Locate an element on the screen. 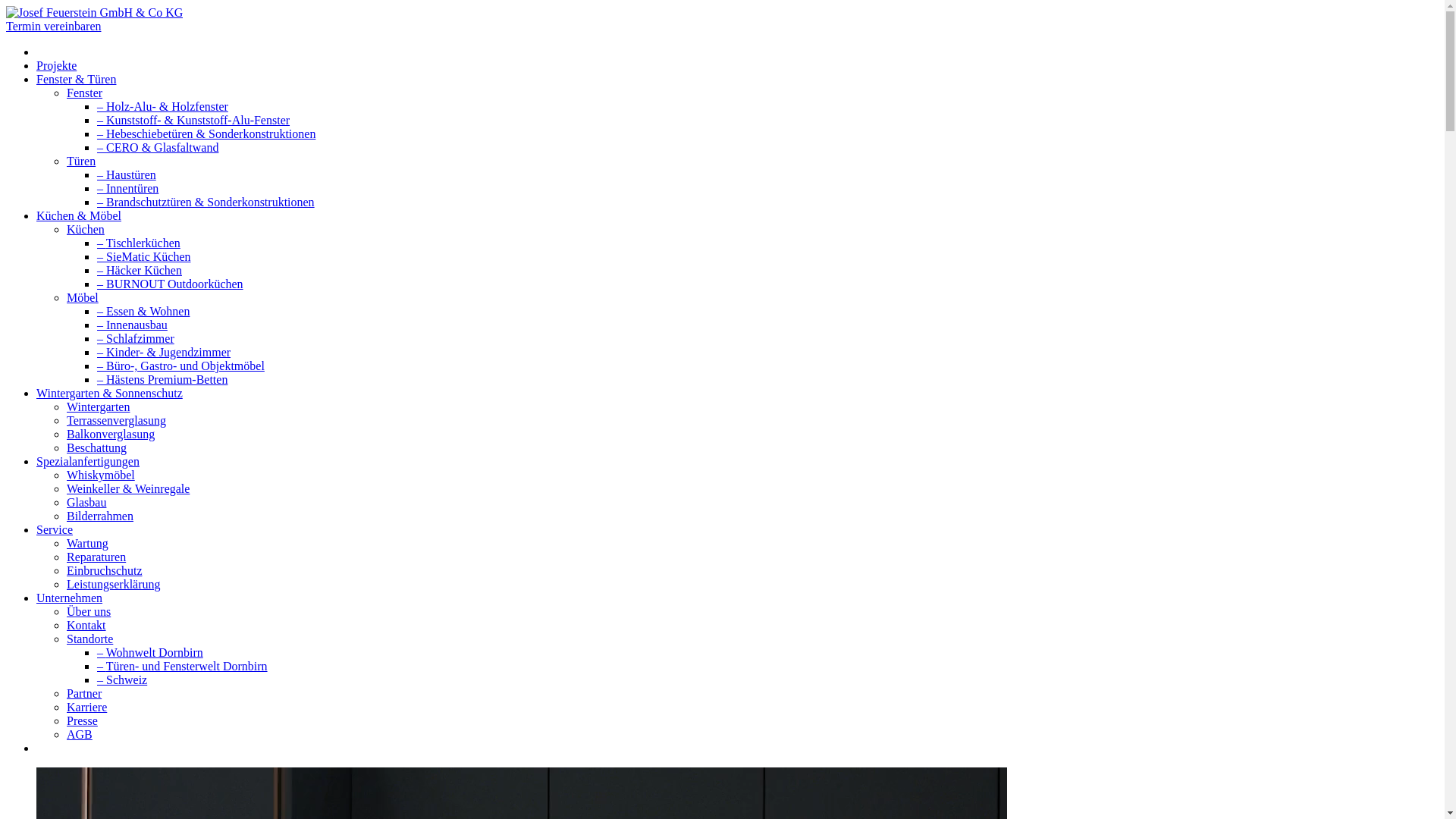  'Kontakt' is located at coordinates (65, 625).